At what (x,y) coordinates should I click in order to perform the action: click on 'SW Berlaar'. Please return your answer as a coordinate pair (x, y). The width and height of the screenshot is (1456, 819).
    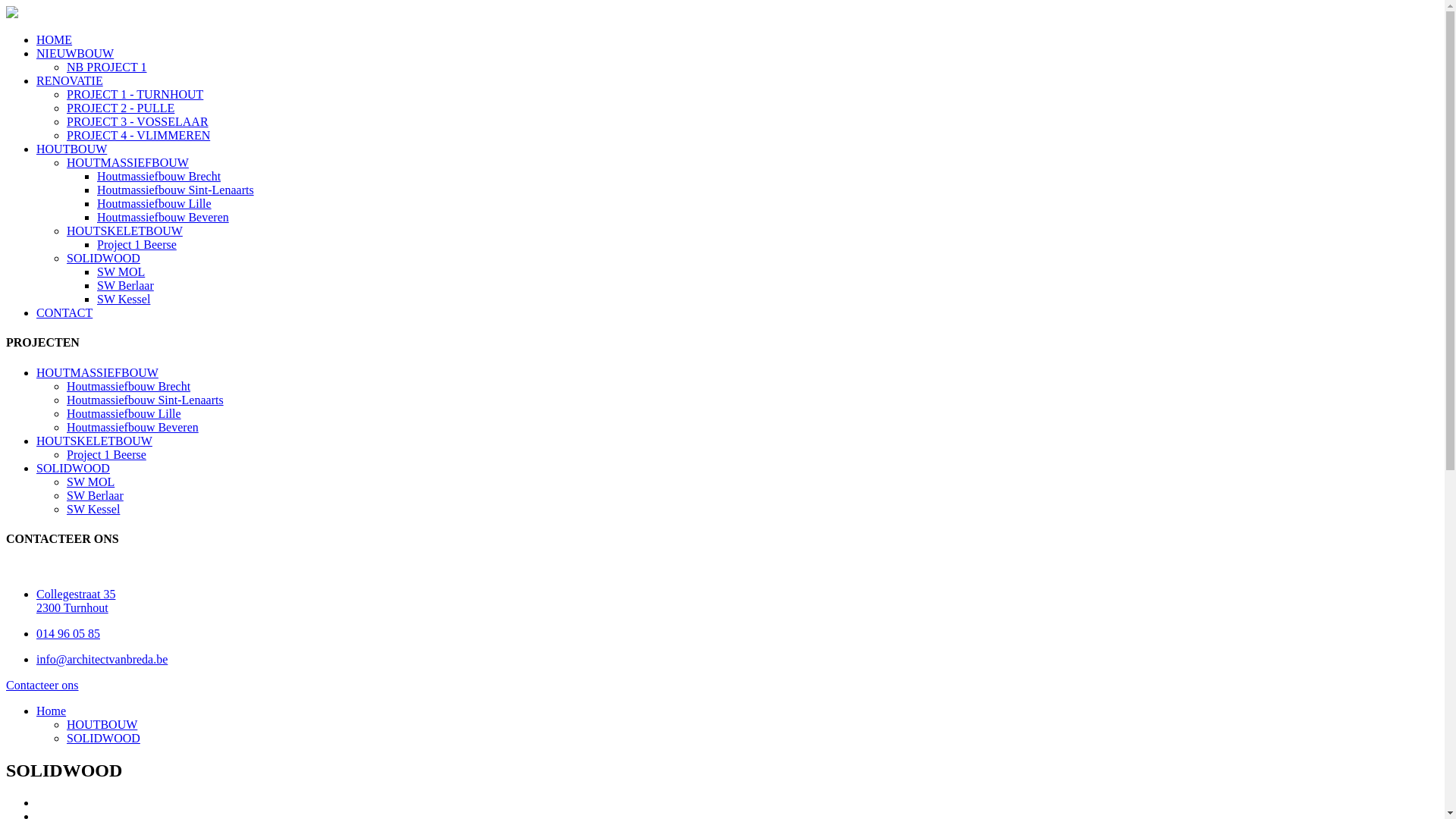
    Looking at the image, I should click on (94, 495).